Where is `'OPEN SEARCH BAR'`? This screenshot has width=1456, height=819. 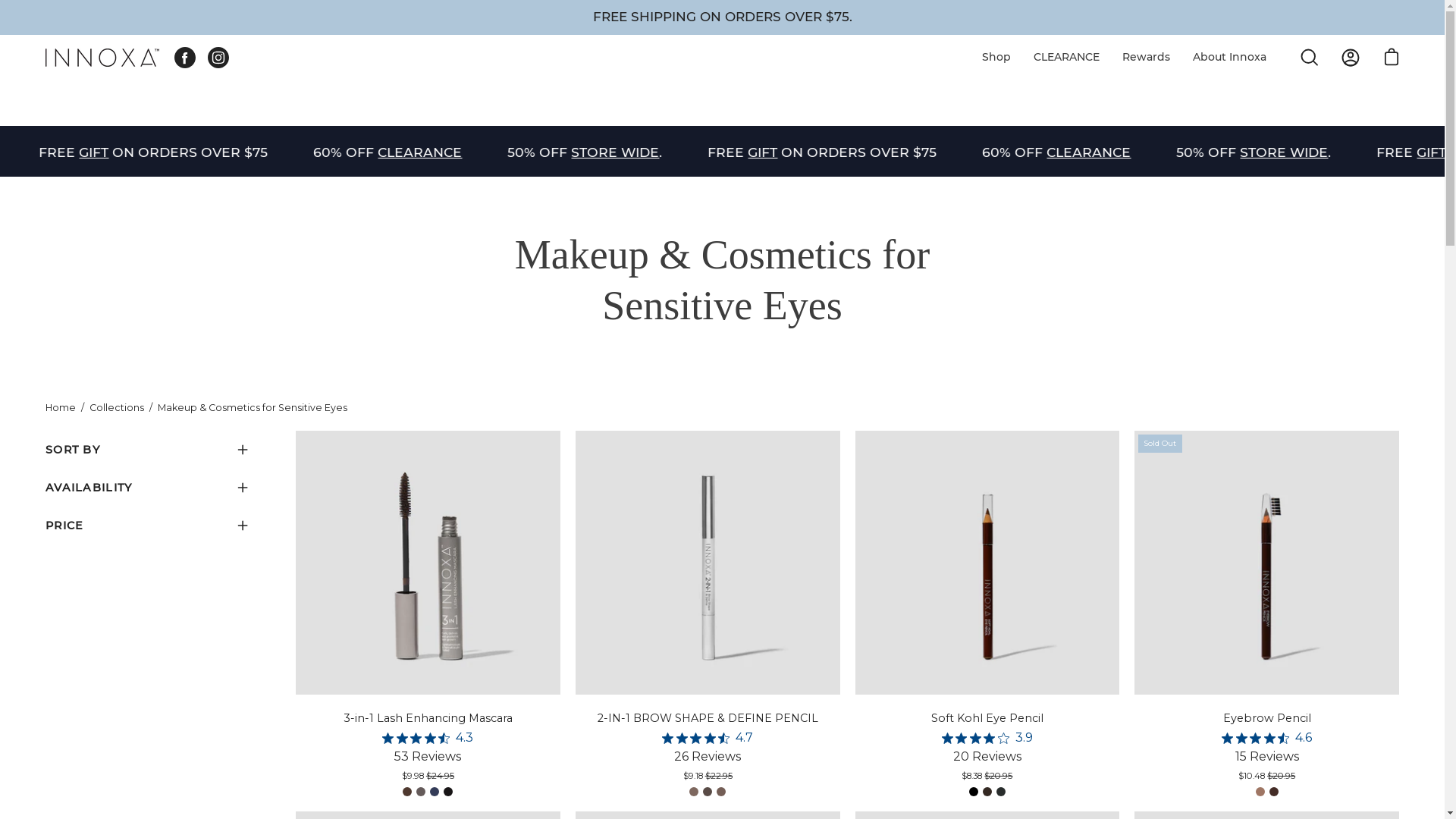 'OPEN SEARCH BAR' is located at coordinates (1309, 57).